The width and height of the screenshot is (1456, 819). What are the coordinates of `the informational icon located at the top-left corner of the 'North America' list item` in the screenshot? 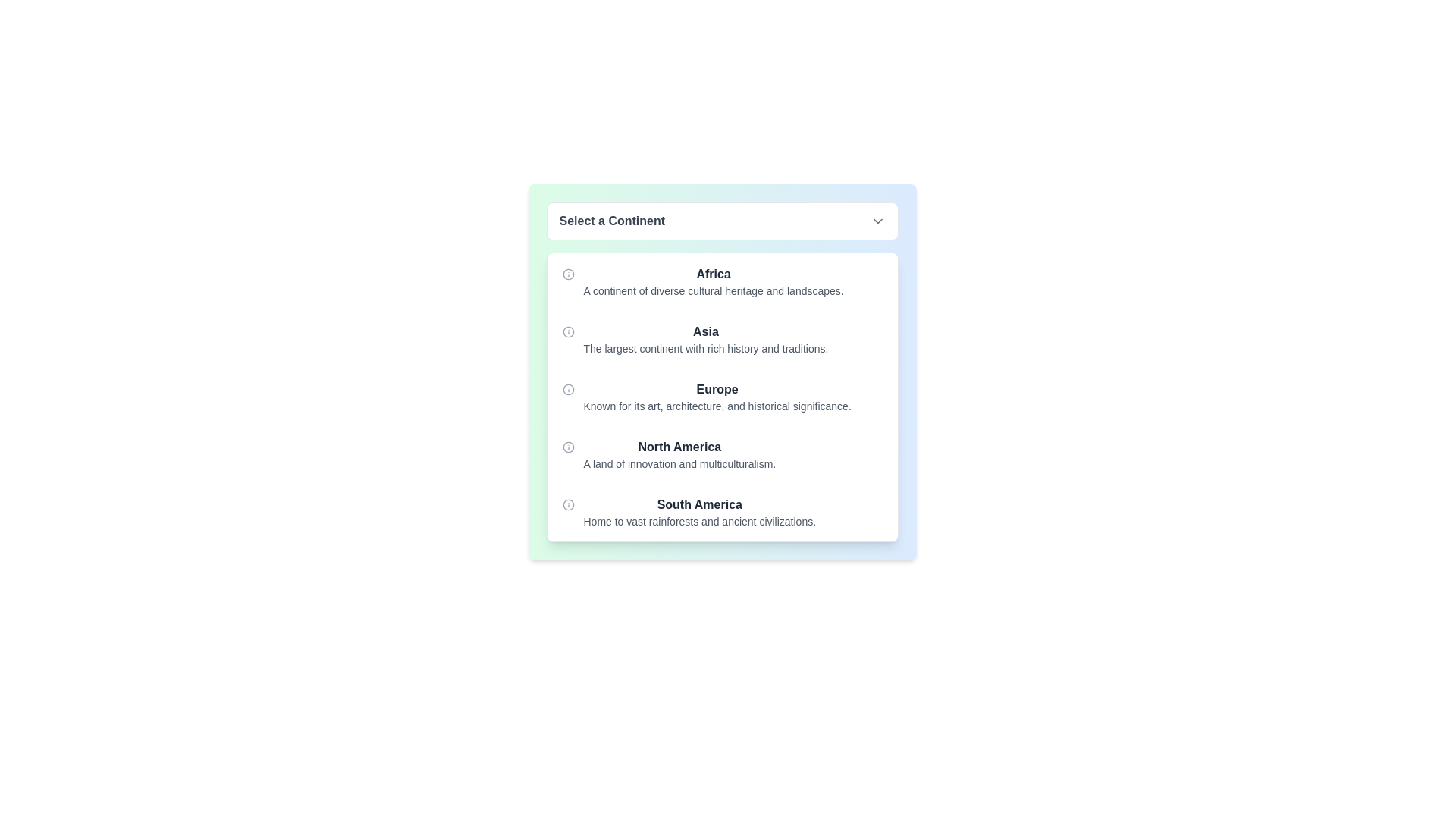 It's located at (567, 447).